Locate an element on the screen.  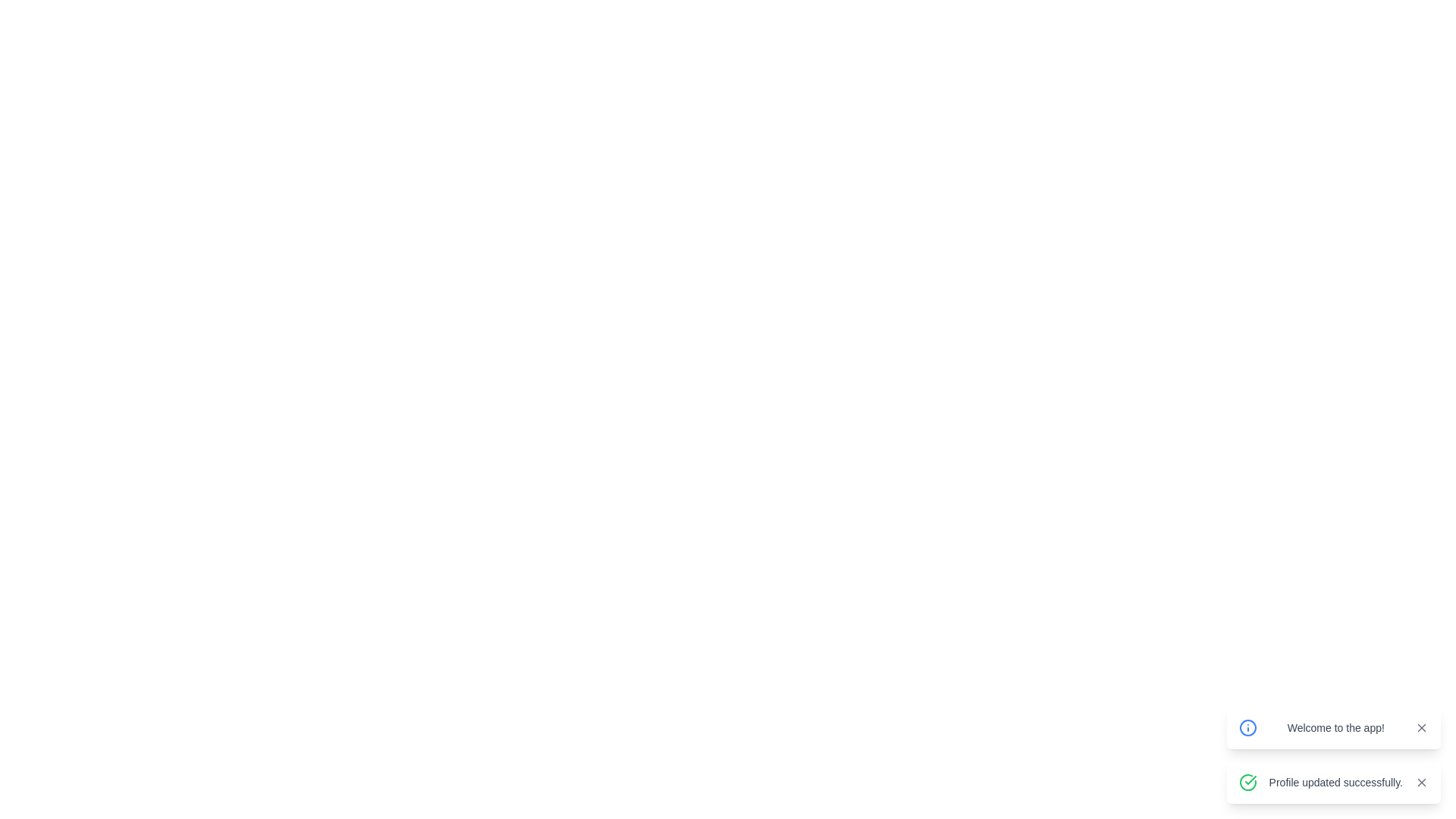
the top-right diagonal stroke of the 'X' symbol in the dismiss button of the notification box is located at coordinates (1421, 783).